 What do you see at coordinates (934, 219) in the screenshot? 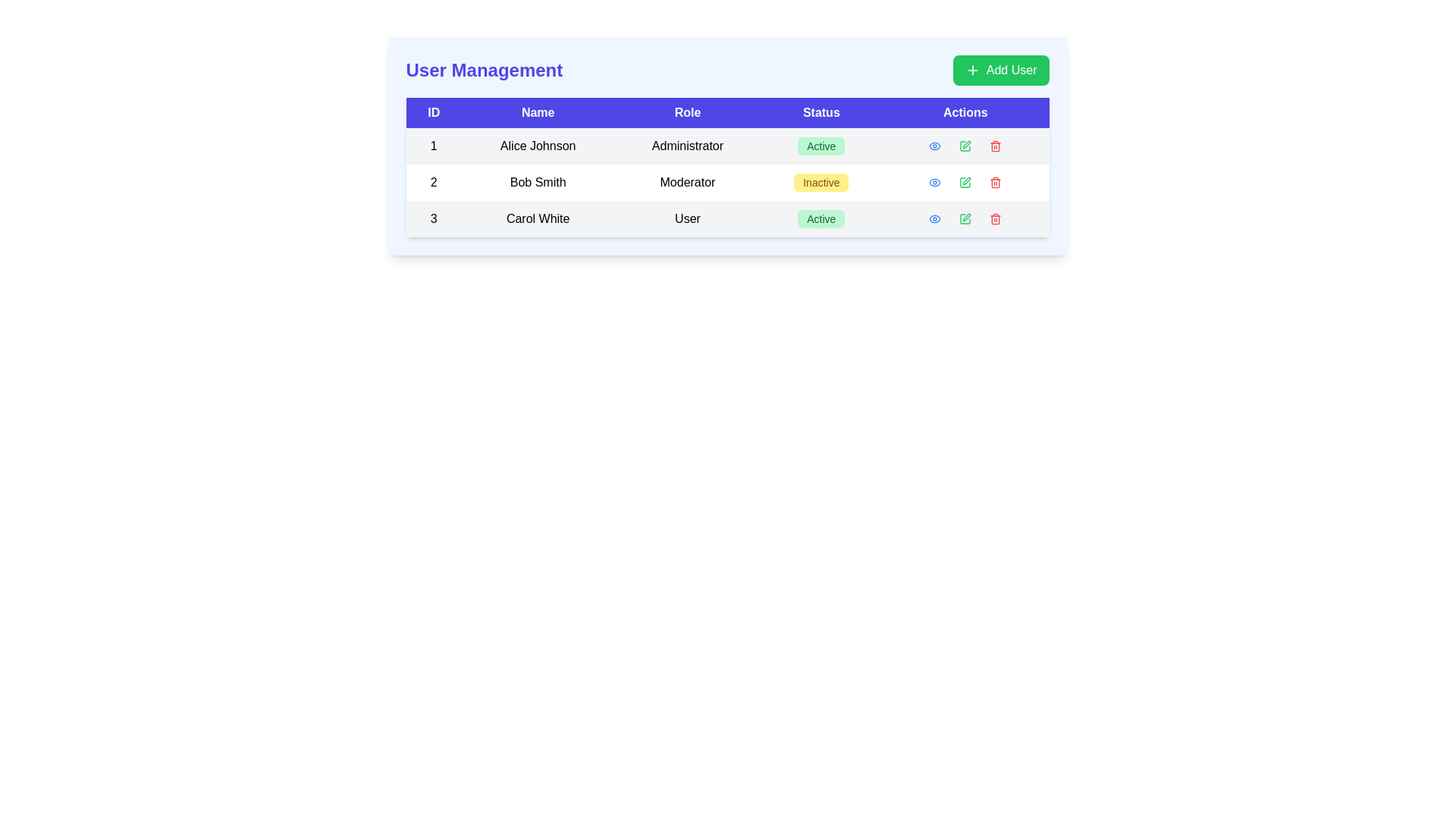
I see `the blue eye icon in the Actions column of the last row of the table, corresponding to Carol White` at bounding box center [934, 219].